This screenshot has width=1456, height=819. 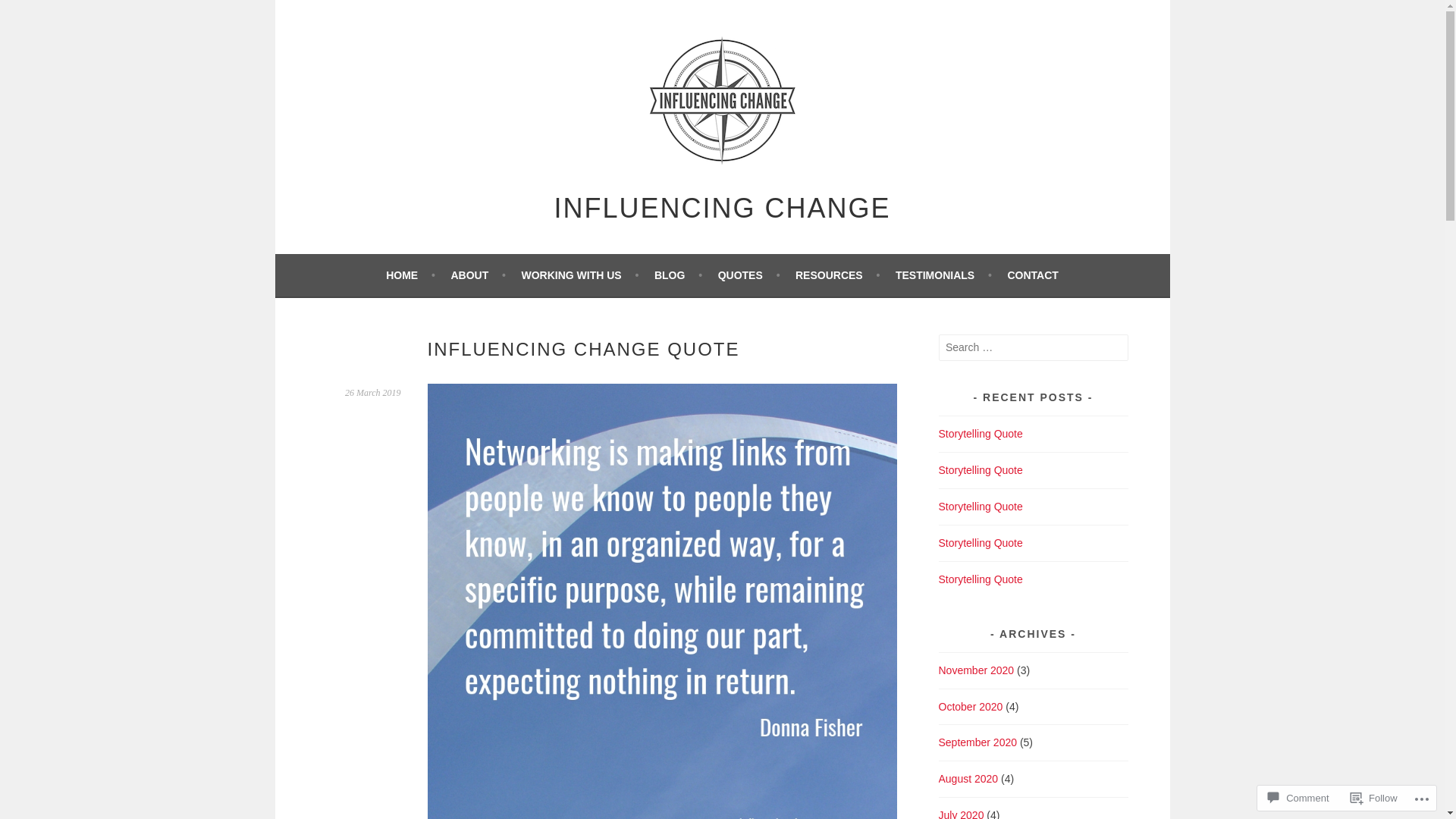 I want to click on 'October 2020', so click(x=971, y=707).